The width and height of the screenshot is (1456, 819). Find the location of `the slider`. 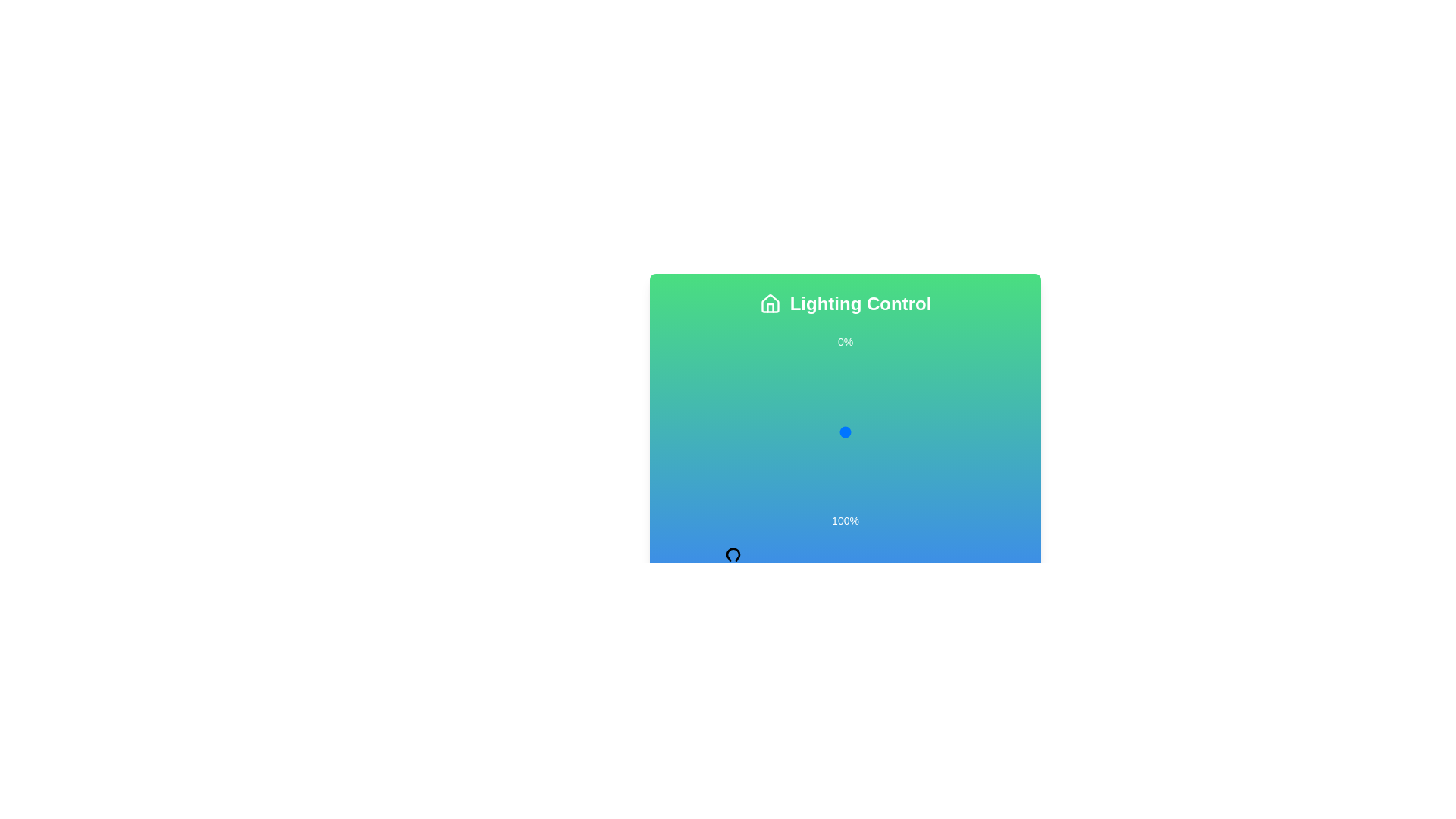

the slider is located at coordinates (844, 432).